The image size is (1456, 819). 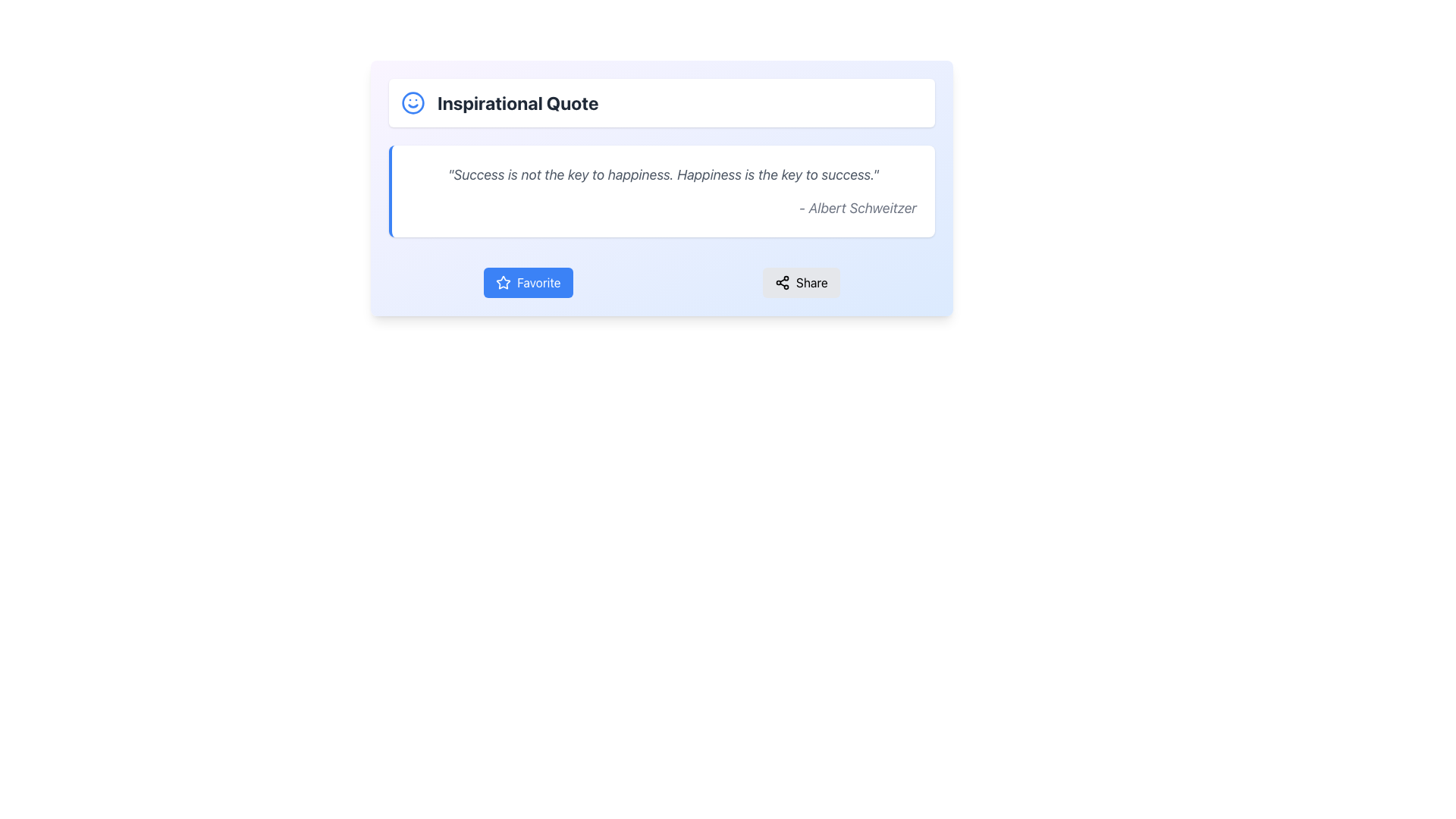 I want to click on the decorative circle within the emoticon icon that visually represents the theme of the content, located to the left of the 'Inspirational Quote' text, so click(x=413, y=102).